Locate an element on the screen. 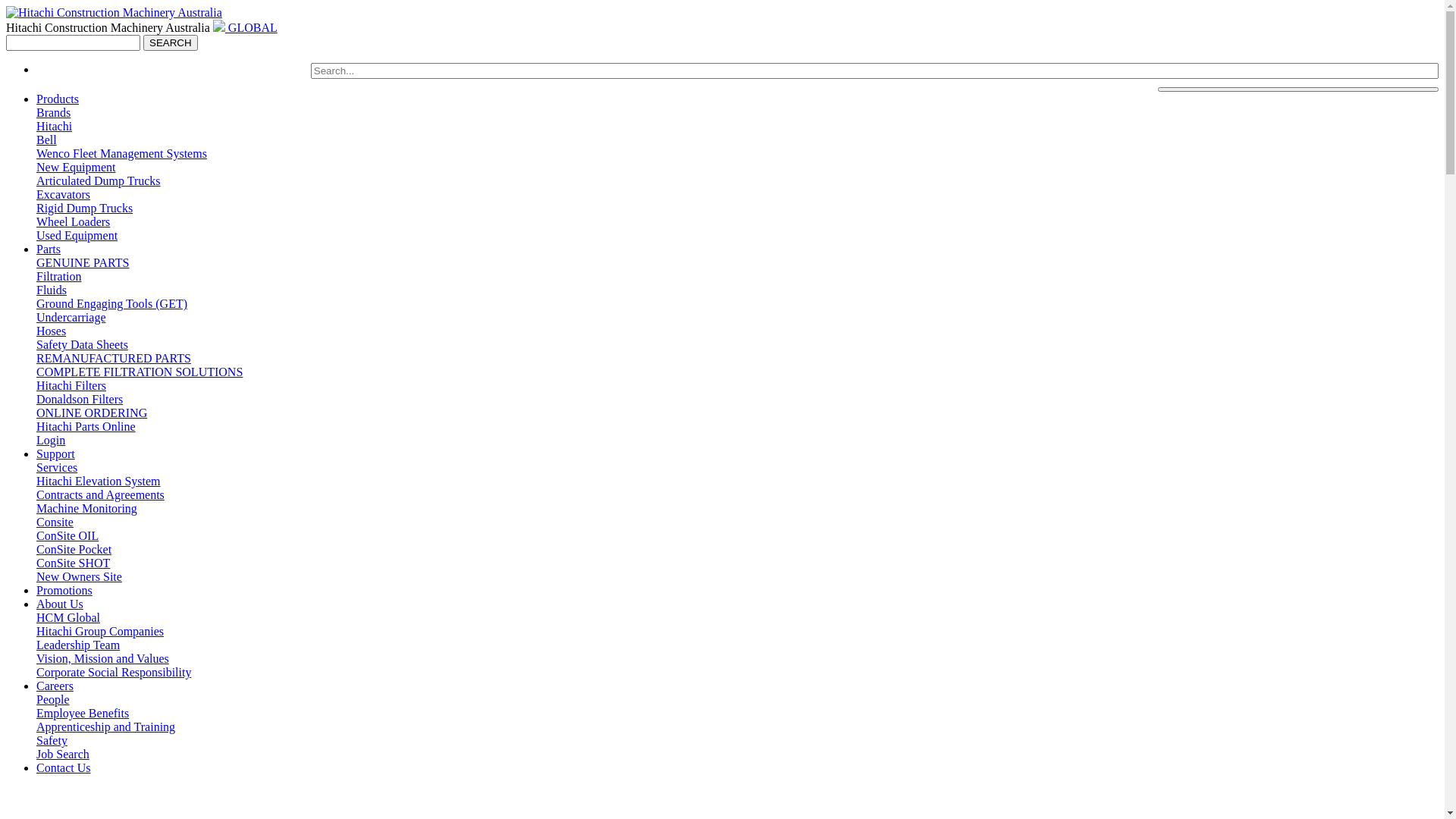 This screenshot has width=1456, height=819. 'Hoses' is located at coordinates (51, 330).